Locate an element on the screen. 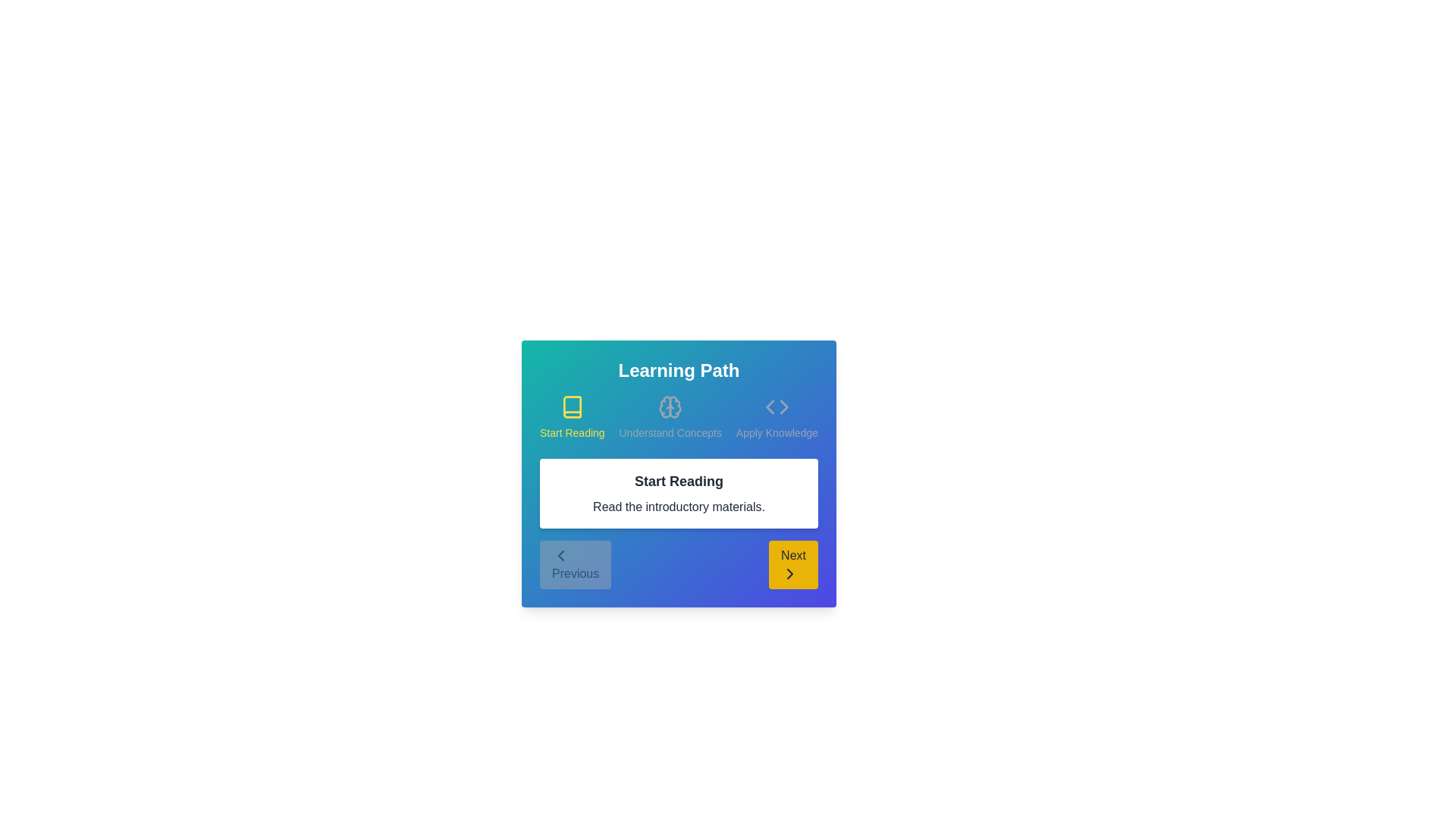 Image resolution: width=1456 pixels, height=819 pixels. the icon representing the step Understand Concepts is located at coordinates (670, 406).